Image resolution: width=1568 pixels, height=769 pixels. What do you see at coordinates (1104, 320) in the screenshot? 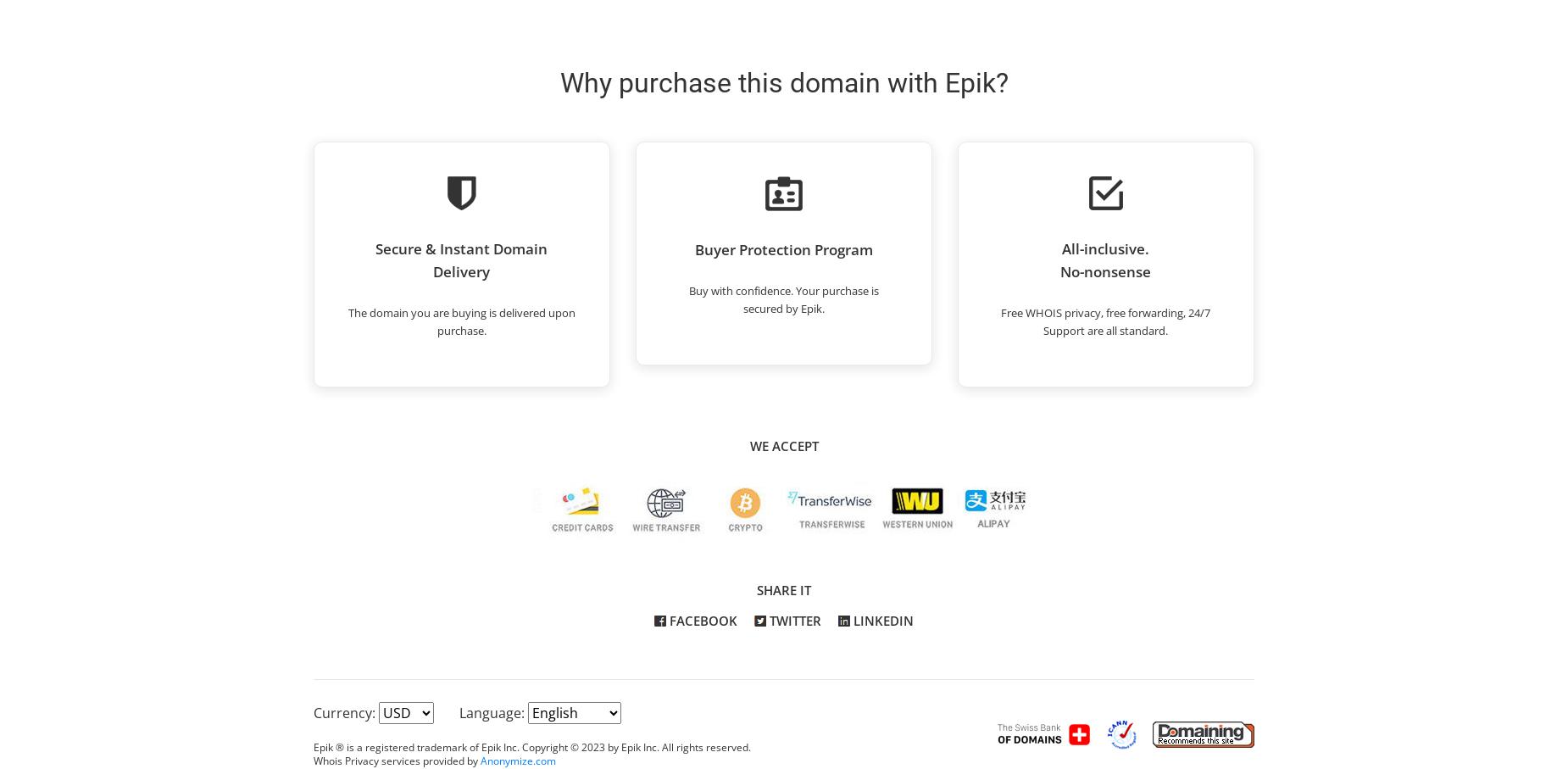
I see `'Free WHOIS privacy, free forwarding, 24/7 Support are all standard.'` at bounding box center [1104, 320].